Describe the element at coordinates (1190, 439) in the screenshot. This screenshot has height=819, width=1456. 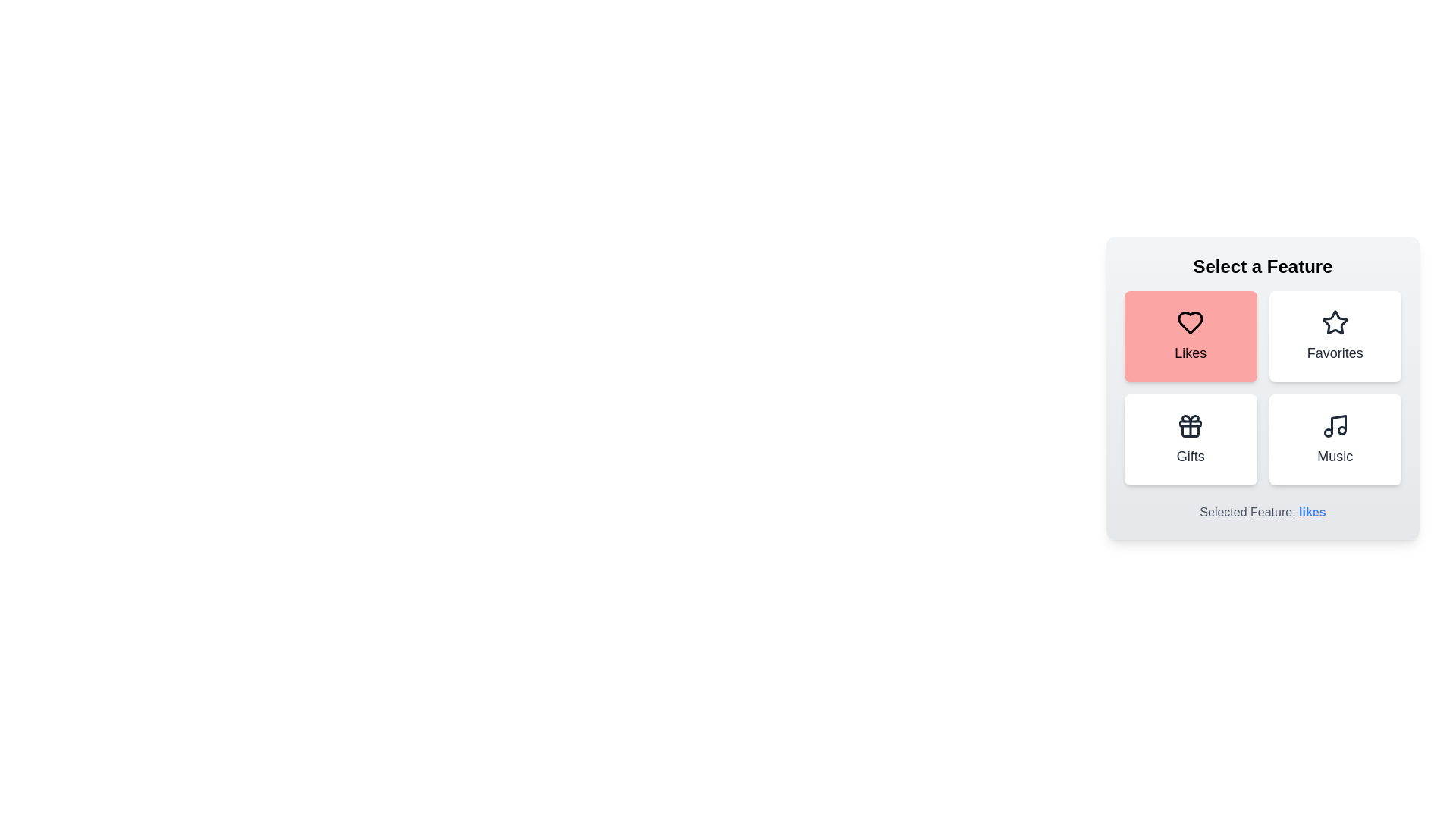
I see `the Gifts button to trigger its additional interaction` at that location.